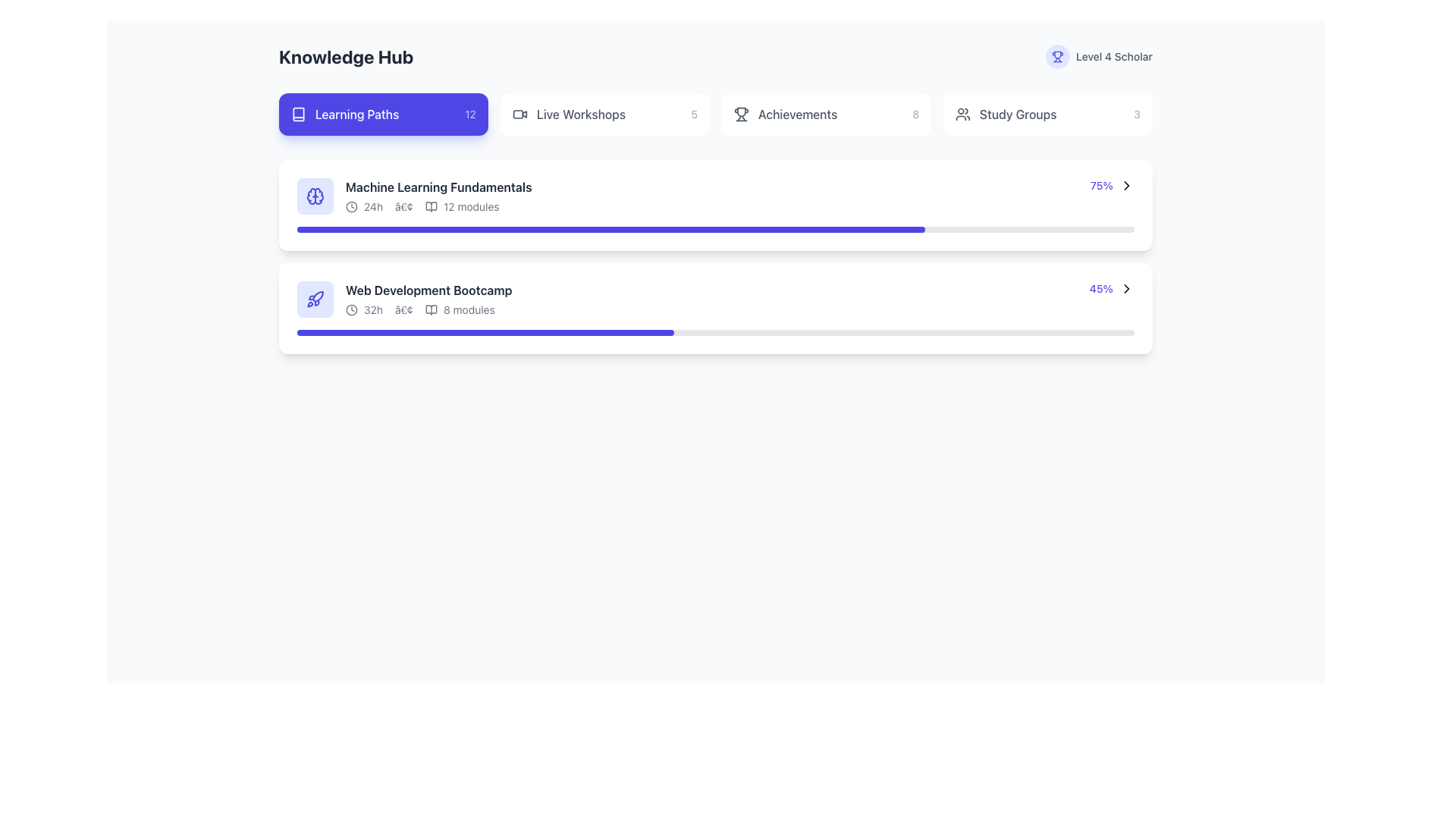  I want to click on the 'Machine Learning Fundamentals' icon located at the top left of its list item in the 'Learning Paths' section of the interface, so click(315, 195).